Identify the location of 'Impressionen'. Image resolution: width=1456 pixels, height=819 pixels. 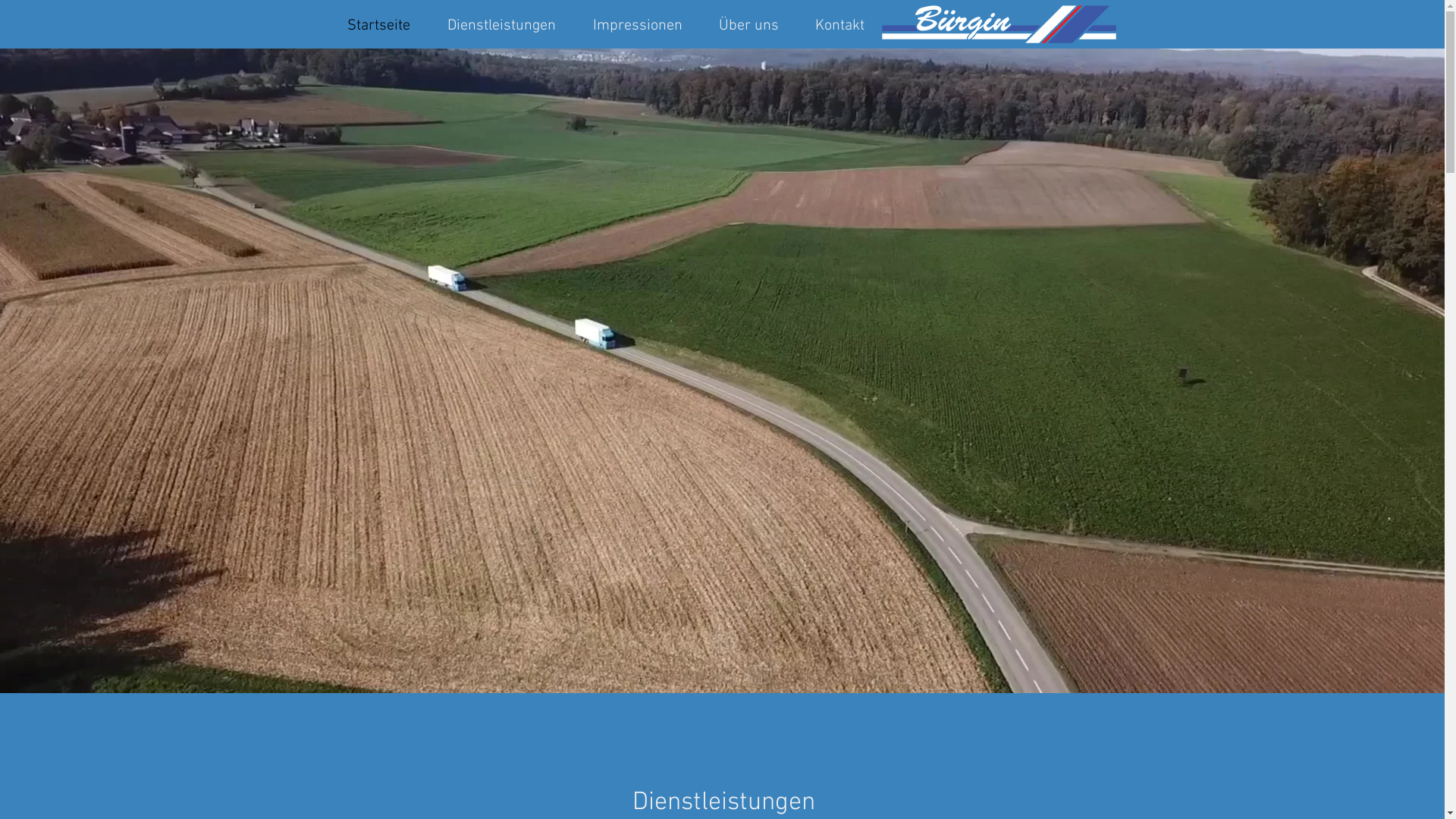
(637, 24).